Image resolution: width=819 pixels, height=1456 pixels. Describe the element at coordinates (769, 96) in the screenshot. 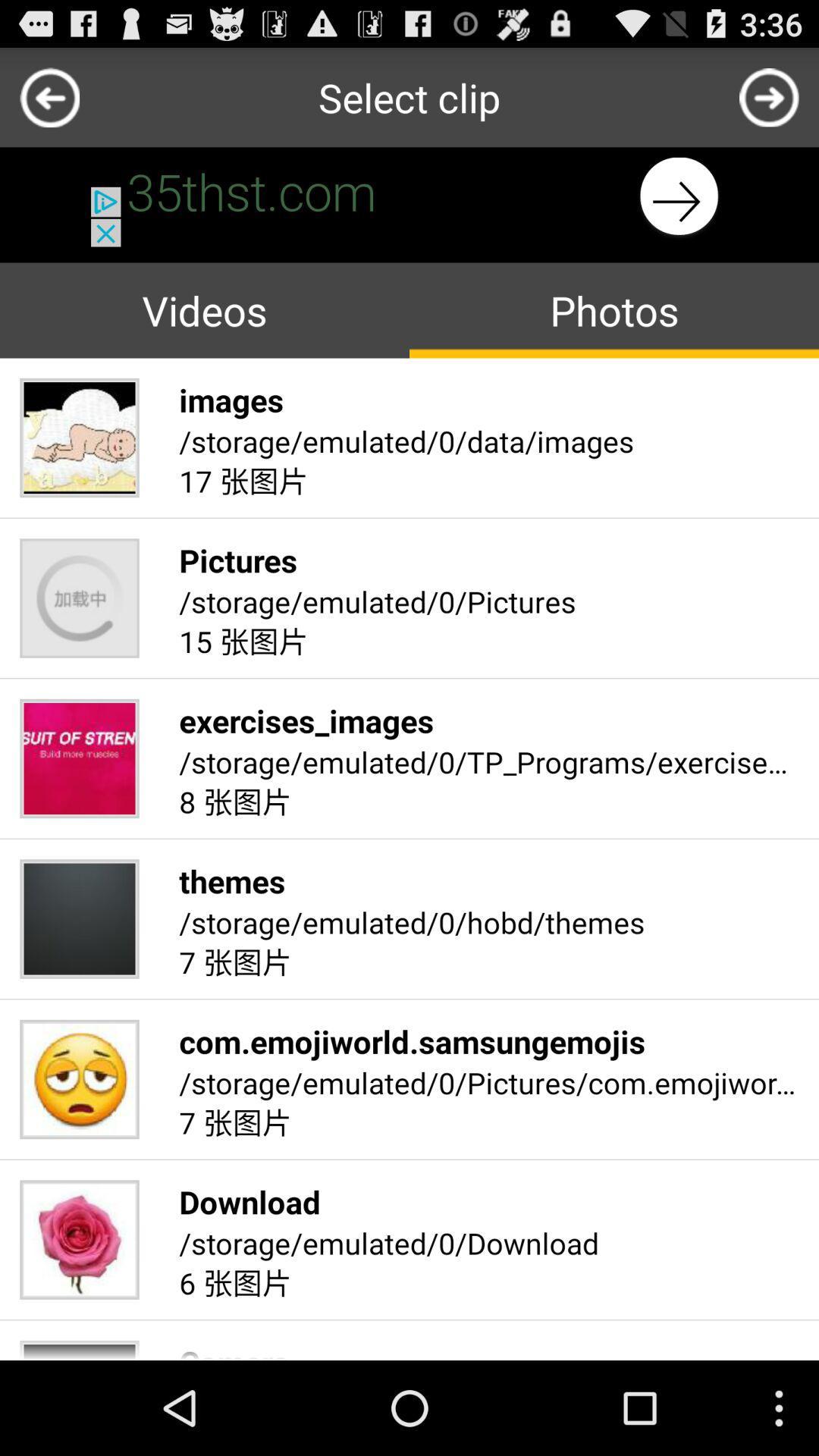

I see `shows the next option` at that location.